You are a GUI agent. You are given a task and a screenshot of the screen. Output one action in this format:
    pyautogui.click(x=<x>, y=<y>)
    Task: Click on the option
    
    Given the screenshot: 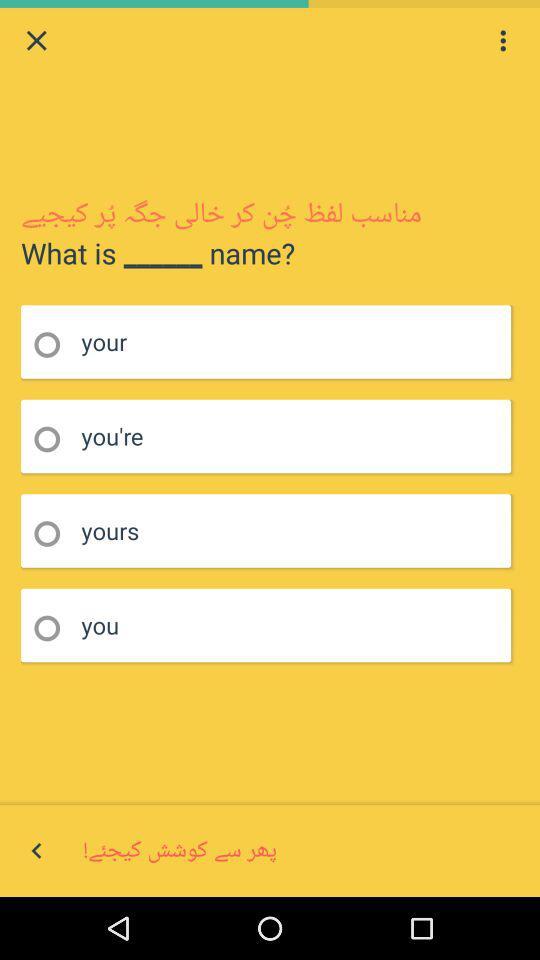 What is the action you would take?
    pyautogui.click(x=502, y=39)
    